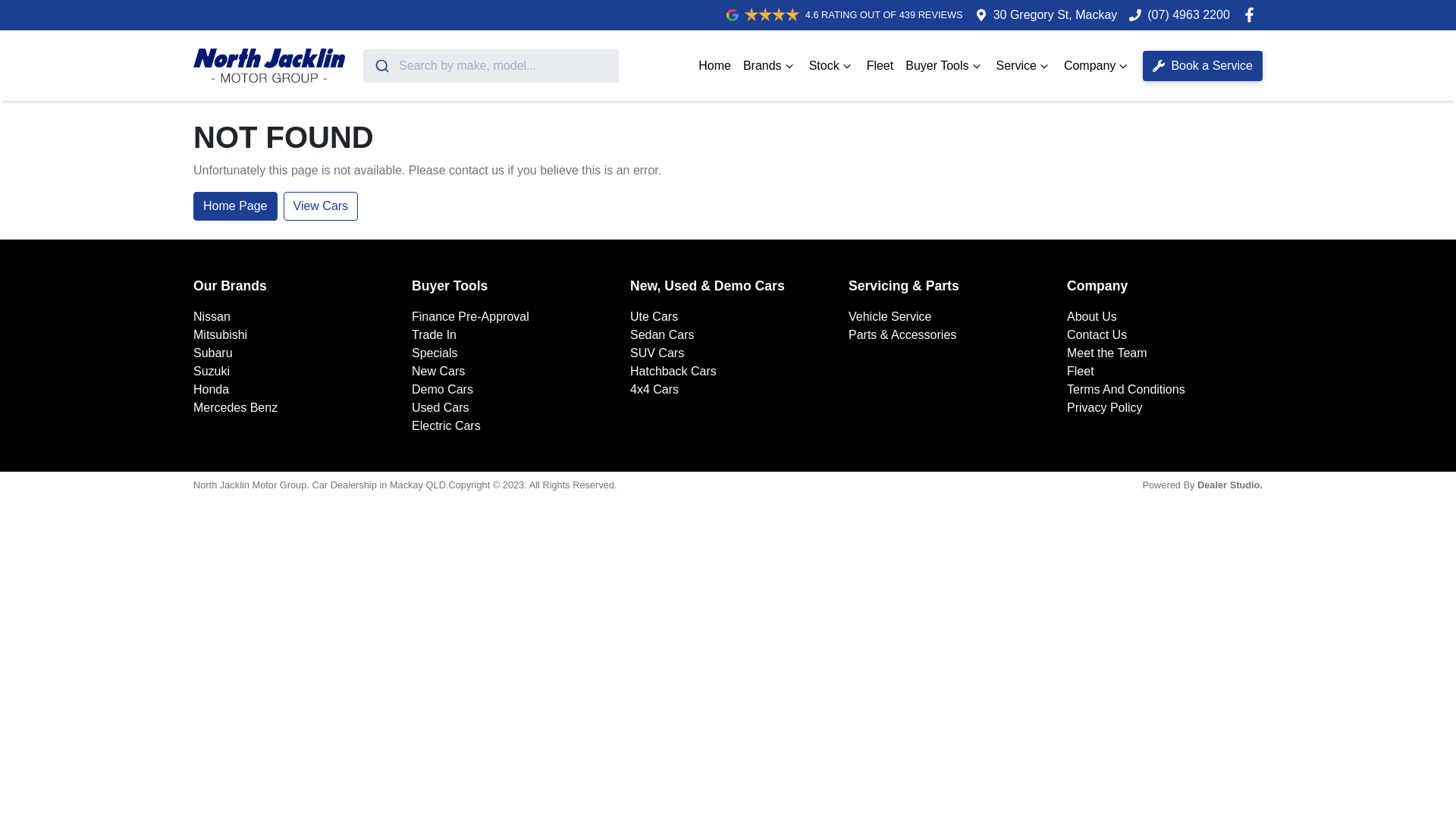 Image resolution: width=1456 pixels, height=819 pixels. I want to click on 'Electric Cars', so click(411, 425).